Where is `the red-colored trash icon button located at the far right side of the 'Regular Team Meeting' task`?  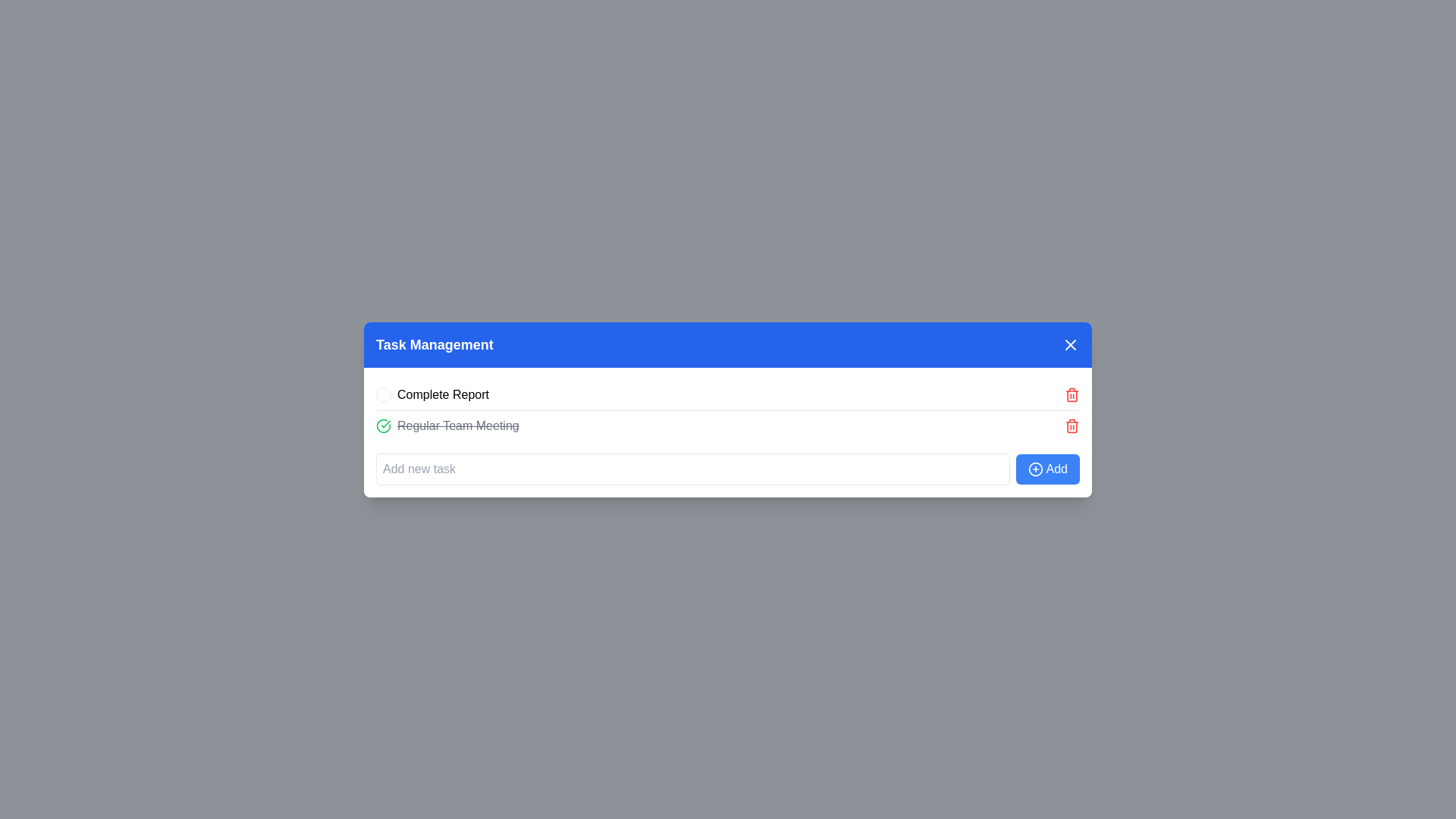
the red-colored trash icon button located at the far right side of the 'Regular Team Meeting' task is located at coordinates (1072, 425).